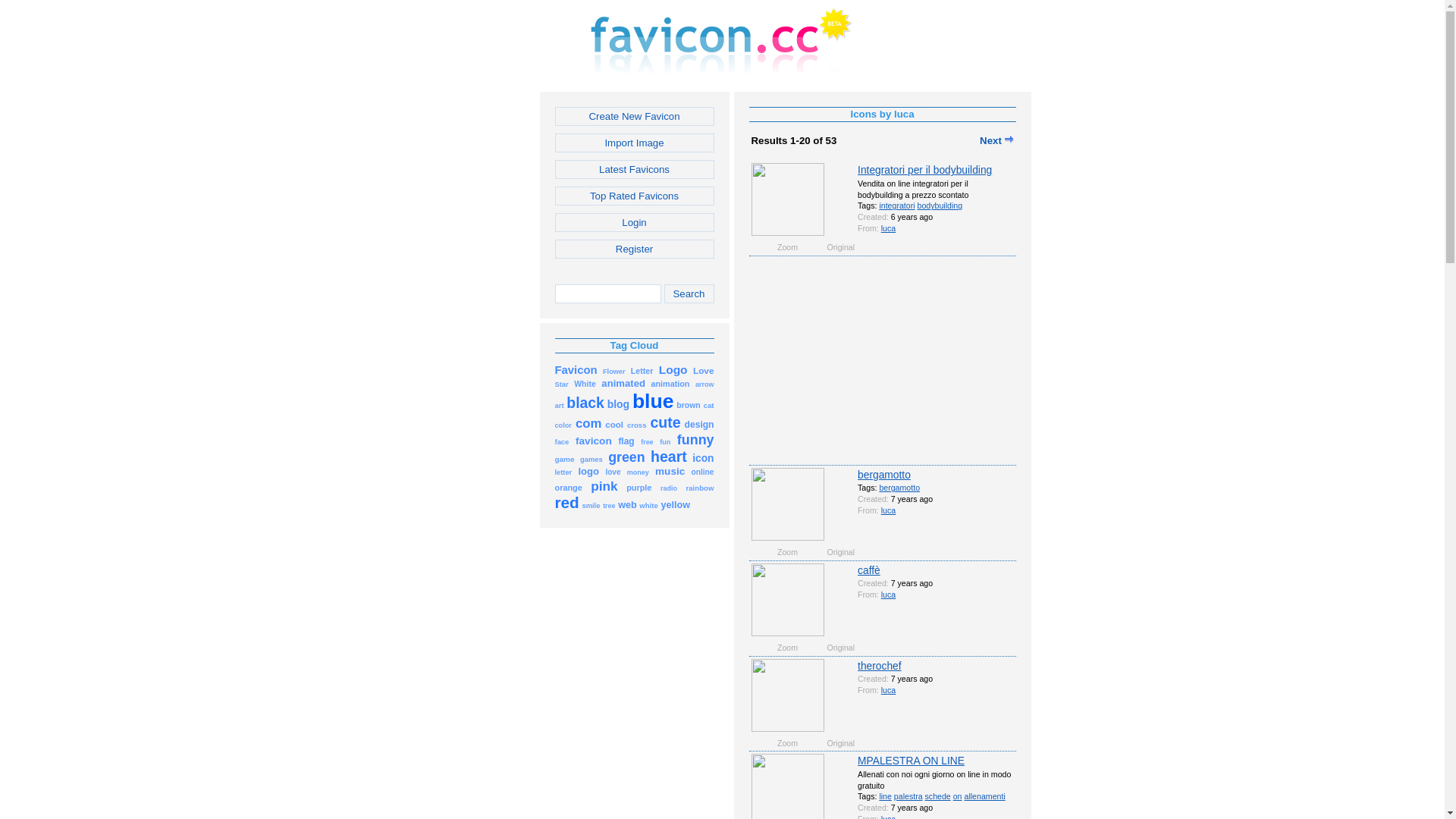 The height and width of the screenshot is (819, 1456). I want to click on 'Star', so click(560, 382).